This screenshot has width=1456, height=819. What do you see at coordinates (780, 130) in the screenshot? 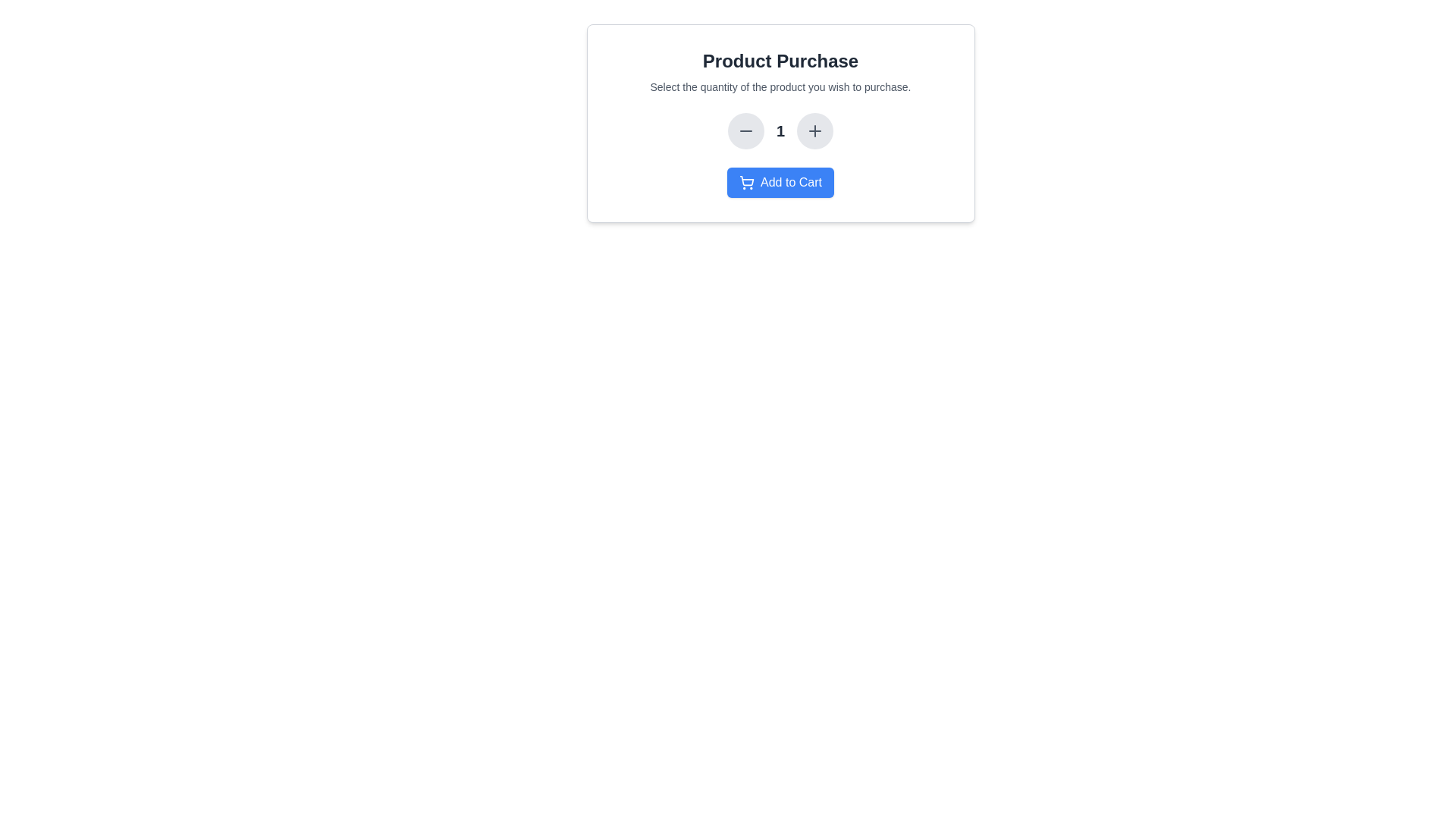
I see `the numeric text label displaying '1', which is bold and black, located between the minus and plus buttons in a horizontal layout` at bounding box center [780, 130].